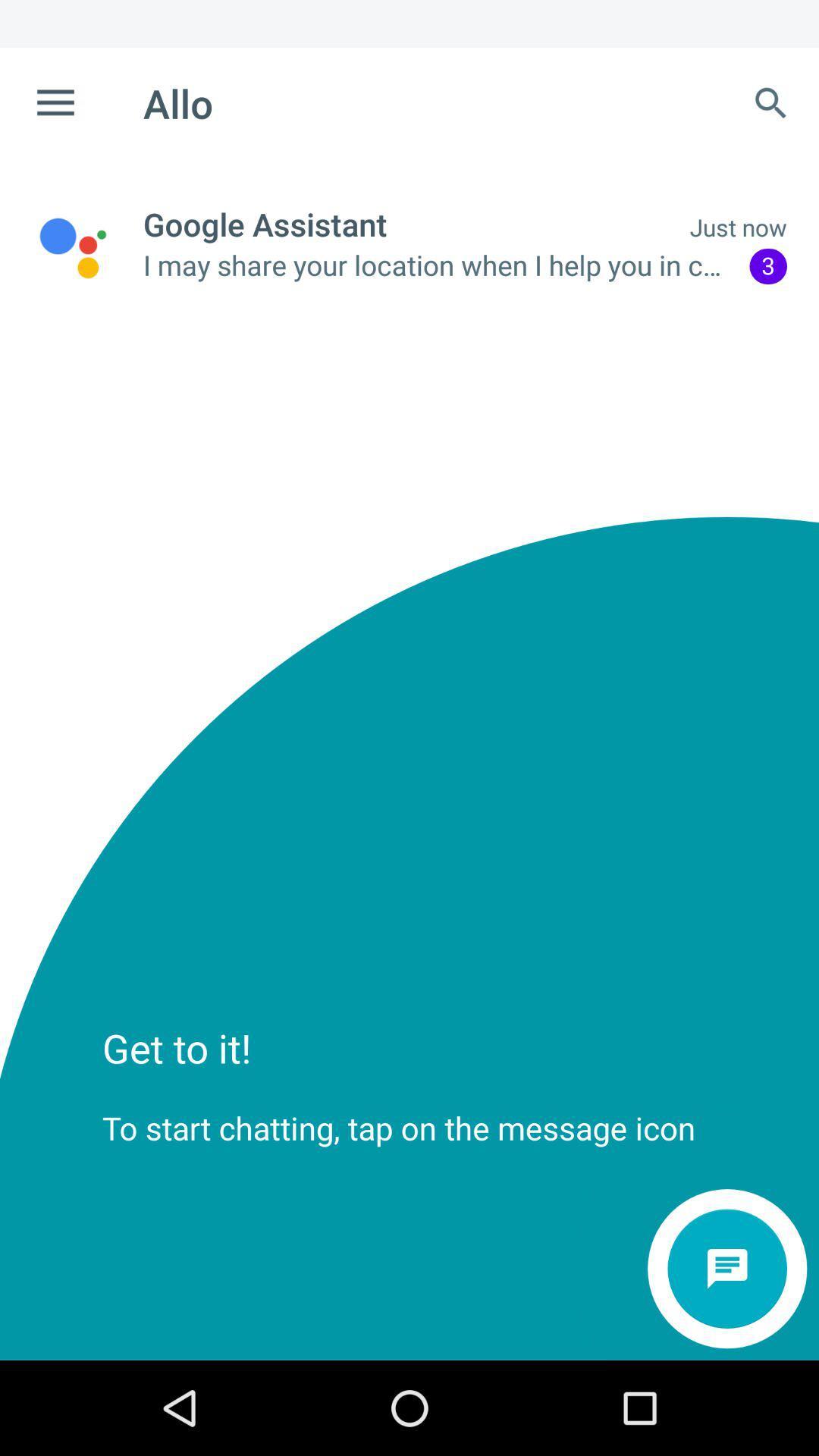  What do you see at coordinates (726, 1269) in the screenshot?
I see `the chat icon` at bounding box center [726, 1269].